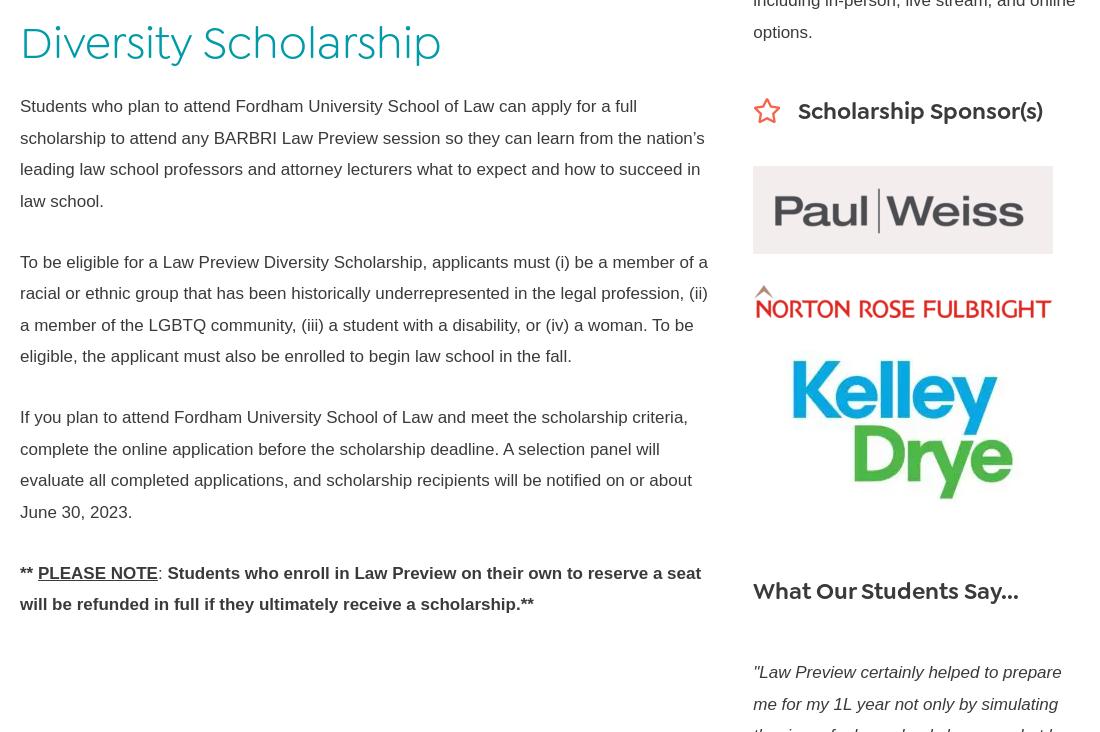 This screenshot has height=732, width=1100. Describe the element at coordinates (885, 590) in the screenshot. I see `'What Our Students Say...'` at that location.